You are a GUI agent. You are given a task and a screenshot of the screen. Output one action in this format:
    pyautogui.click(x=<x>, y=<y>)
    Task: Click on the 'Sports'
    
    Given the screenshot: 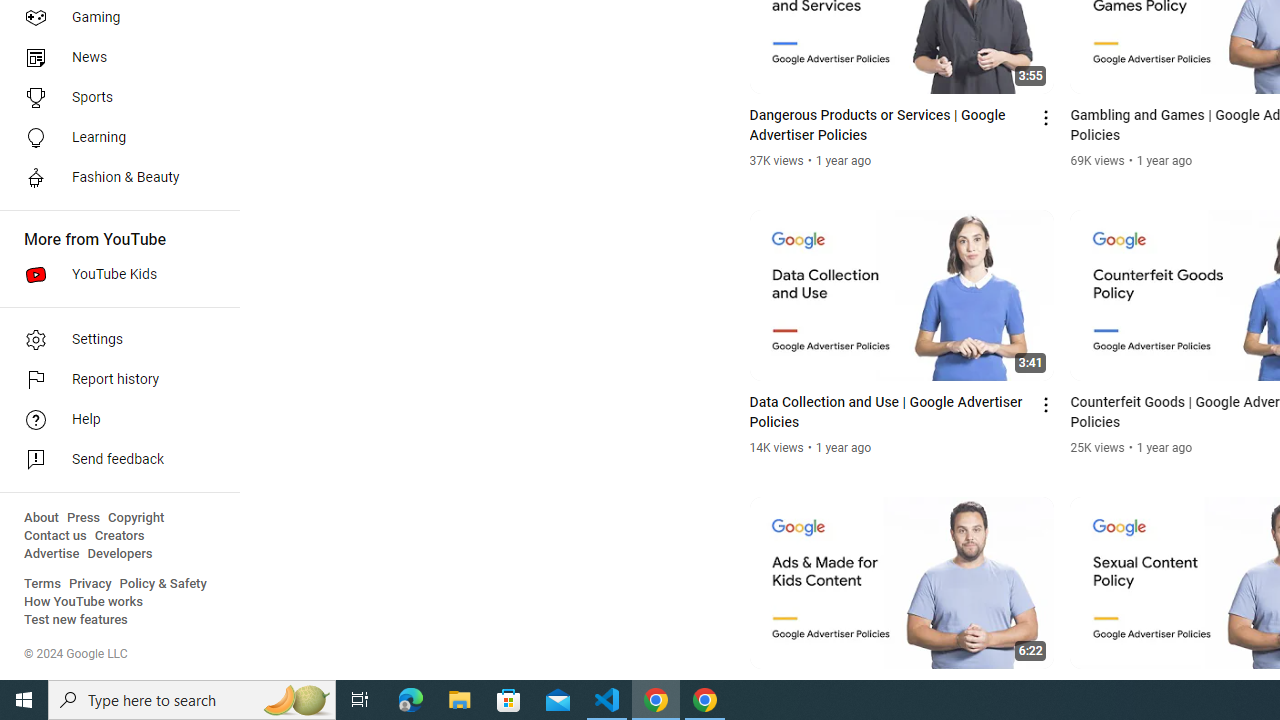 What is the action you would take?
    pyautogui.click(x=112, y=97)
    